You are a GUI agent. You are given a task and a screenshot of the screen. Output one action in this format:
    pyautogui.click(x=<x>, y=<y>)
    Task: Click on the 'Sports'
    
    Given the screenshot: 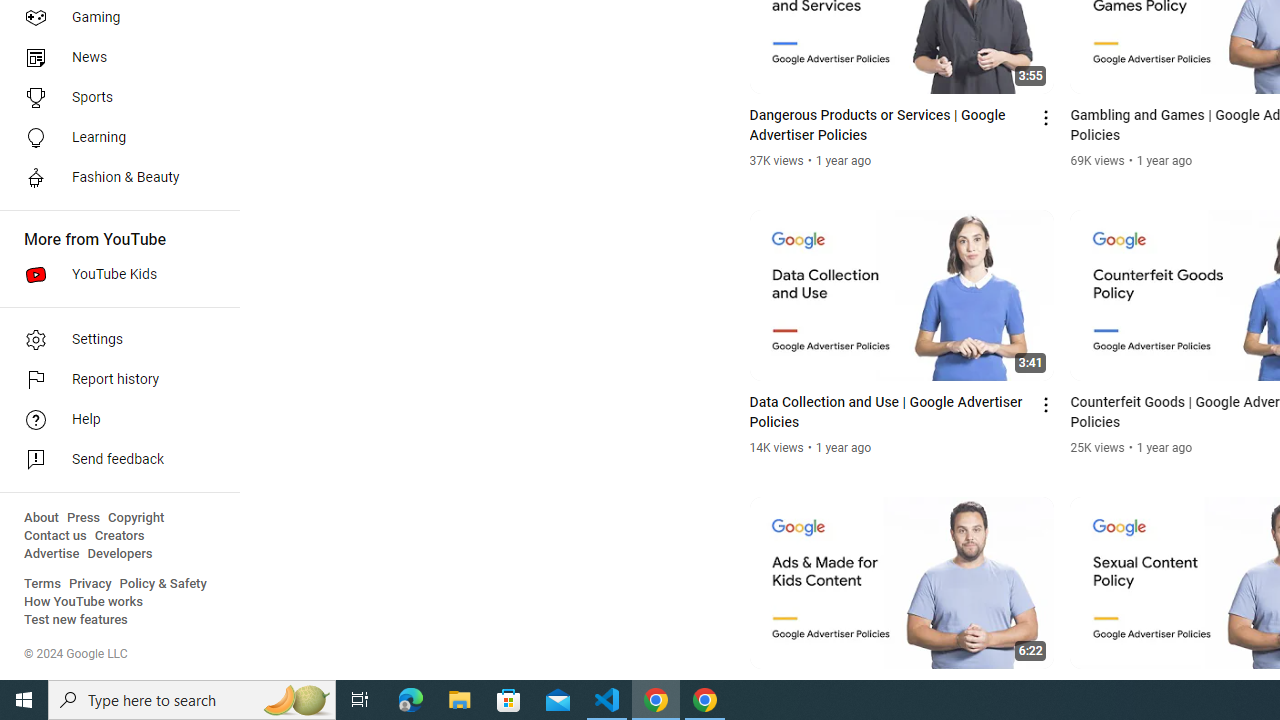 What is the action you would take?
    pyautogui.click(x=112, y=97)
    